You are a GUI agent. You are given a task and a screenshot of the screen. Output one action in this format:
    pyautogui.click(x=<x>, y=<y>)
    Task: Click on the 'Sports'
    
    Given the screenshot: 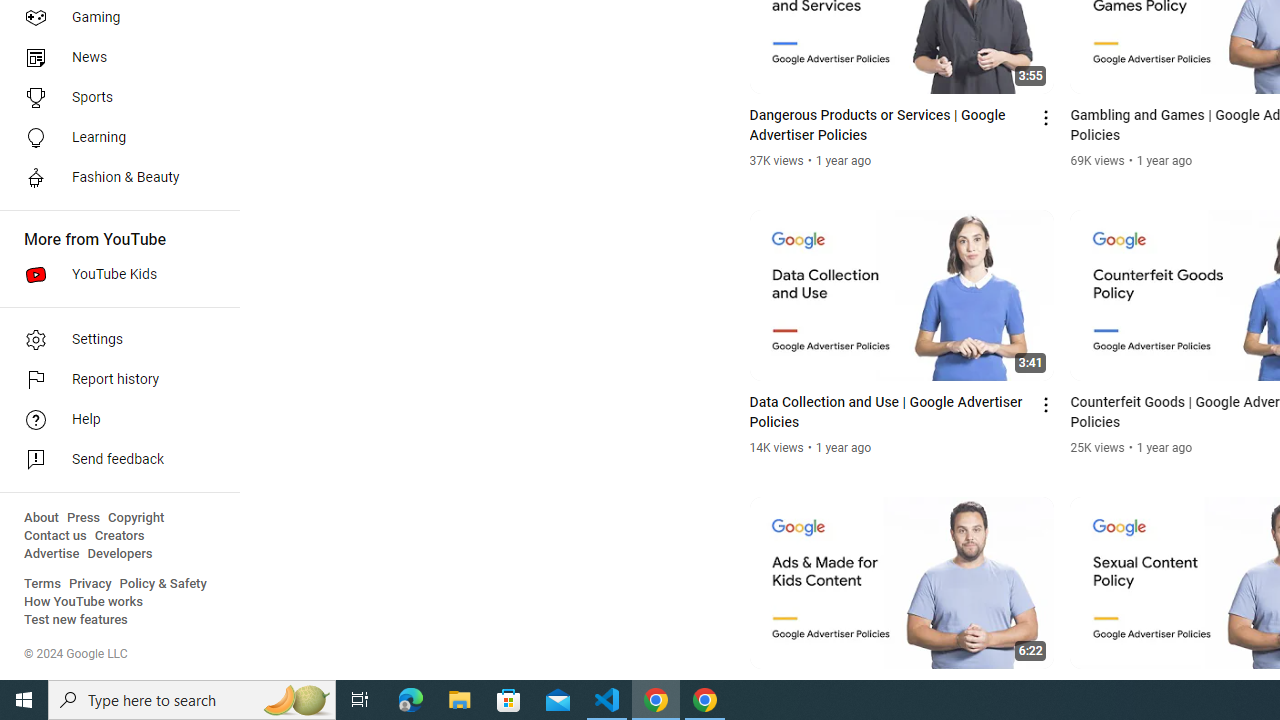 What is the action you would take?
    pyautogui.click(x=112, y=97)
    